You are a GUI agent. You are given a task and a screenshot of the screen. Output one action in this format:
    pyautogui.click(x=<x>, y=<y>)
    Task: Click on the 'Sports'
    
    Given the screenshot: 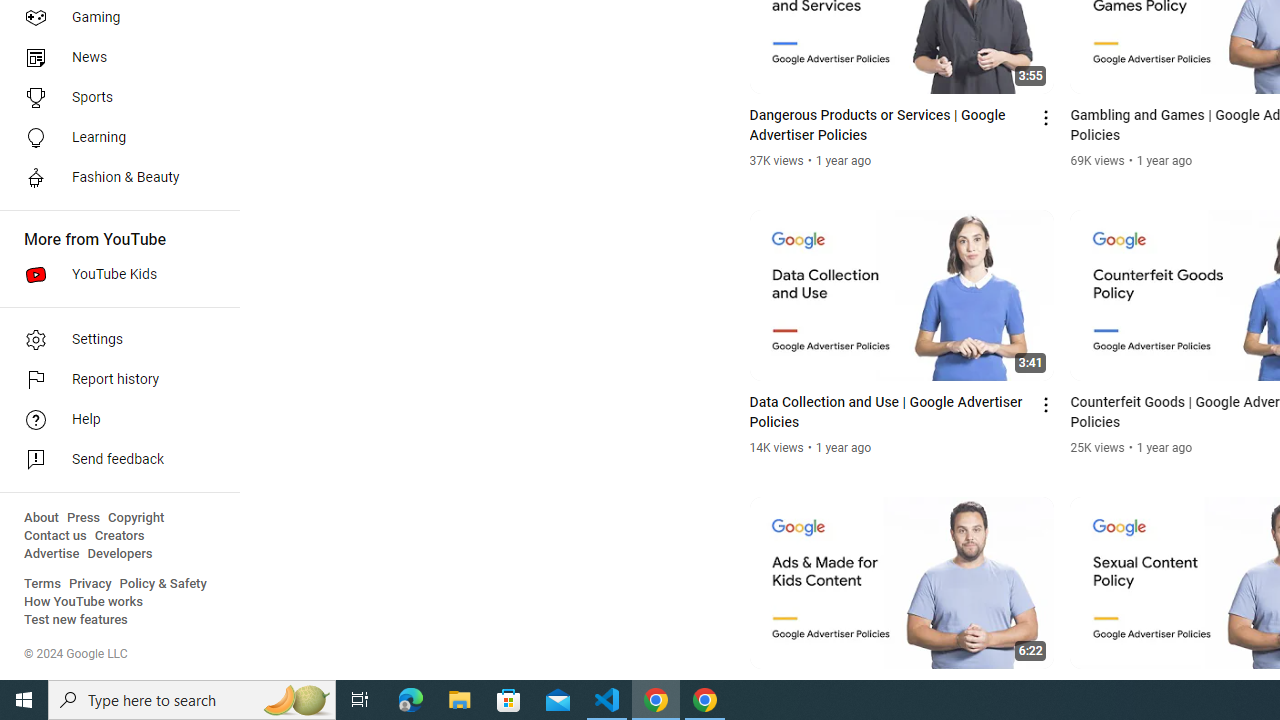 What is the action you would take?
    pyautogui.click(x=112, y=97)
    